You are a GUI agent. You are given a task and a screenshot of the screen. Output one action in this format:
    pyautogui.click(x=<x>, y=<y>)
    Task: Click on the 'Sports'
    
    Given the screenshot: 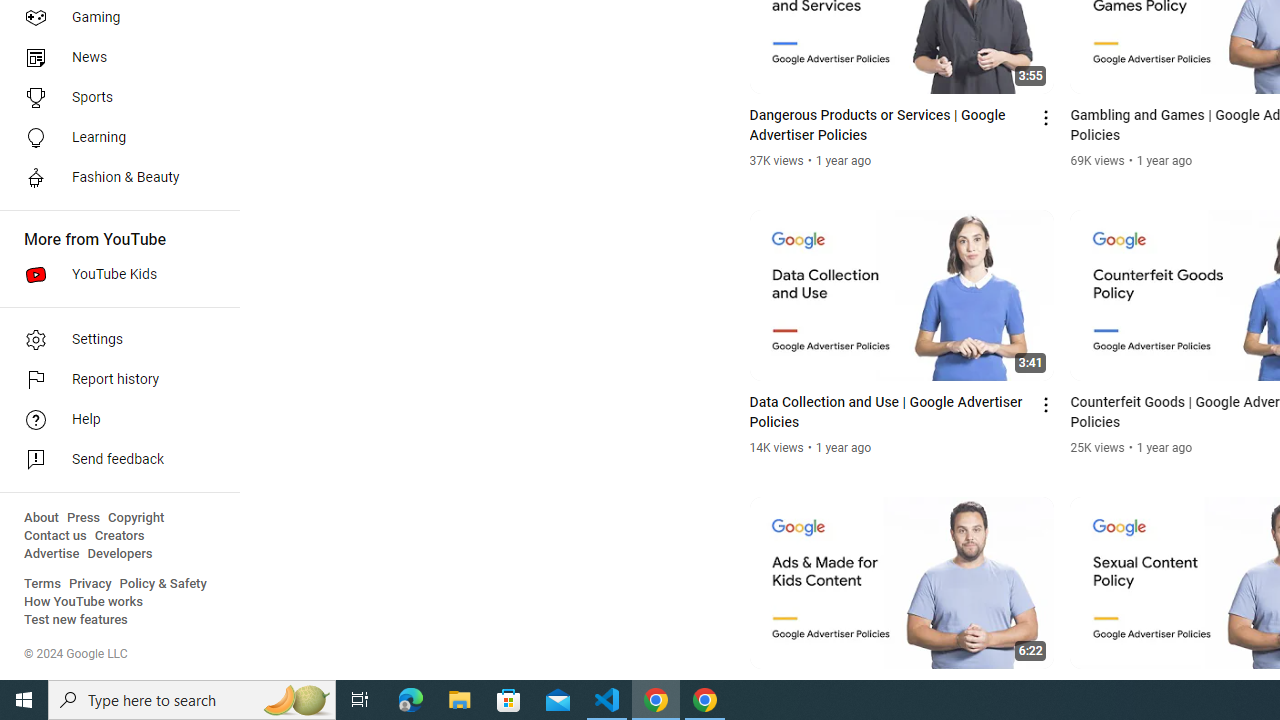 What is the action you would take?
    pyautogui.click(x=112, y=97)
    